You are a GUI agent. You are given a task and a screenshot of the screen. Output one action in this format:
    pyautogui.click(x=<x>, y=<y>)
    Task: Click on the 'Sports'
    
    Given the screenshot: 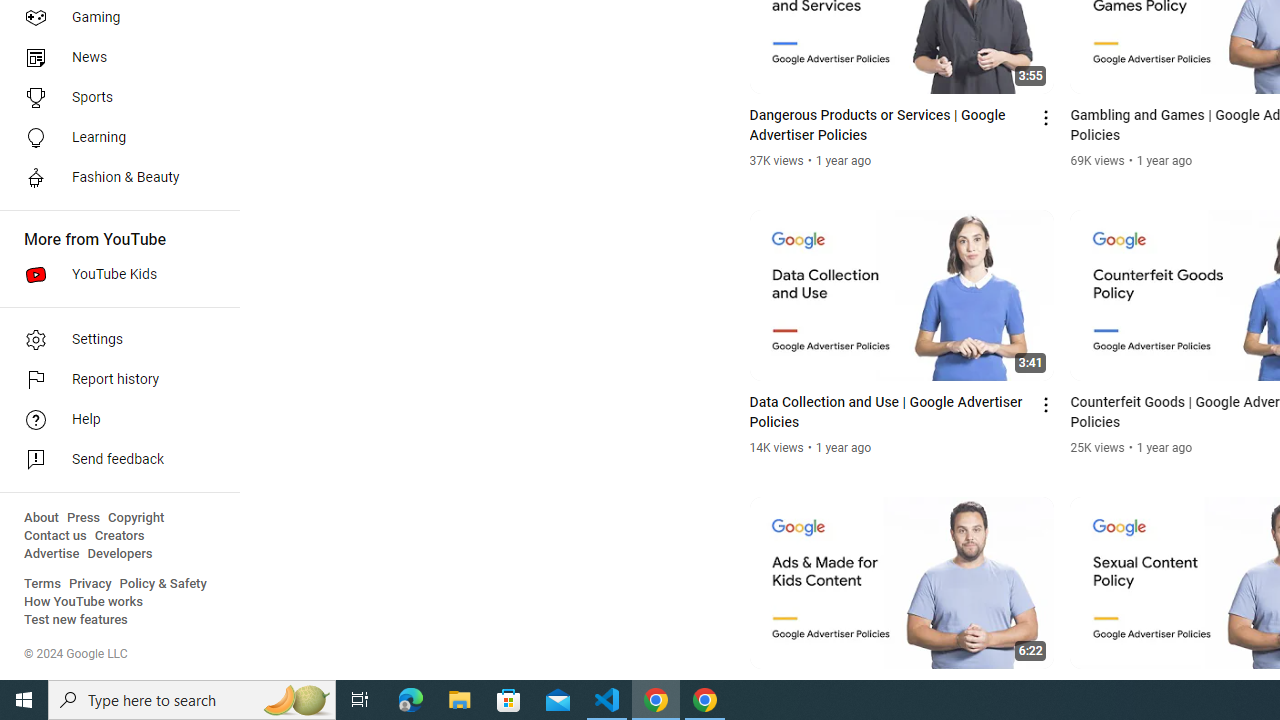 What is the action you would take?
    pyautogui.click(x=112, y=97)
    